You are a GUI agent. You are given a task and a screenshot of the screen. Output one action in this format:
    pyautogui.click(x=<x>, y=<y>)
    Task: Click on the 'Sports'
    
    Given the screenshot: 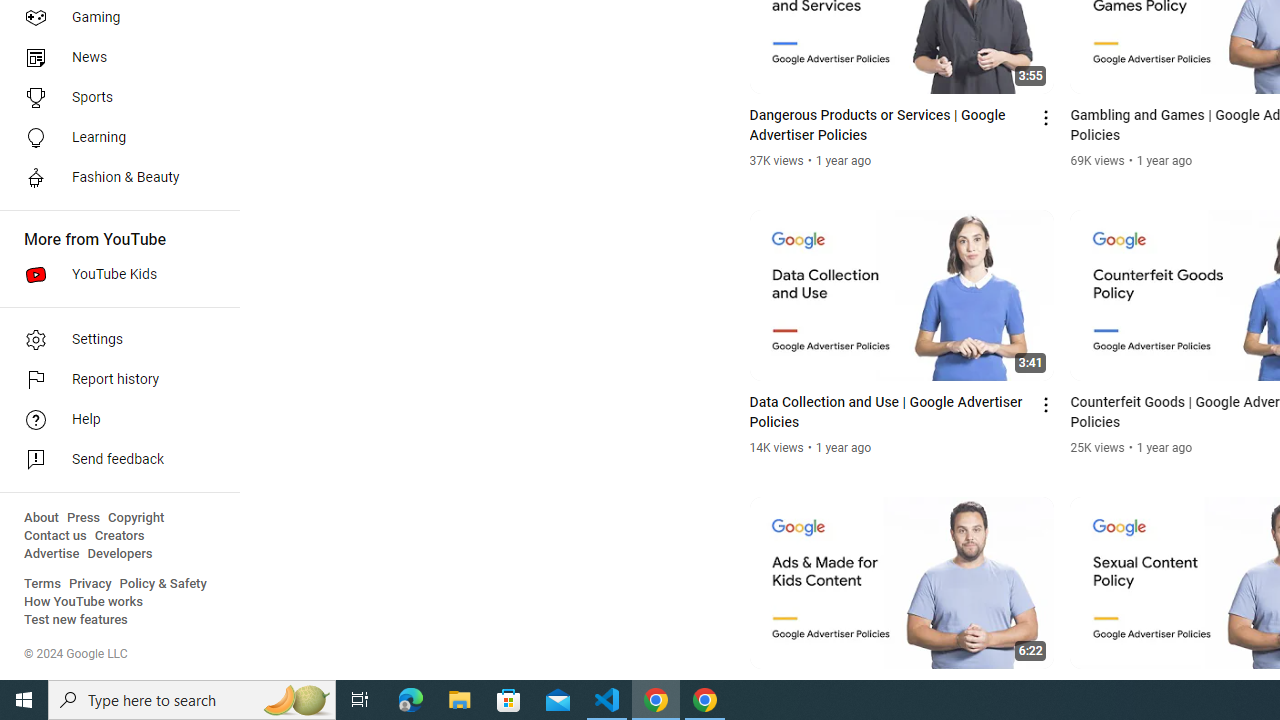 What is the action you would take?
    pyautogui.click(x=112, y=97)
    